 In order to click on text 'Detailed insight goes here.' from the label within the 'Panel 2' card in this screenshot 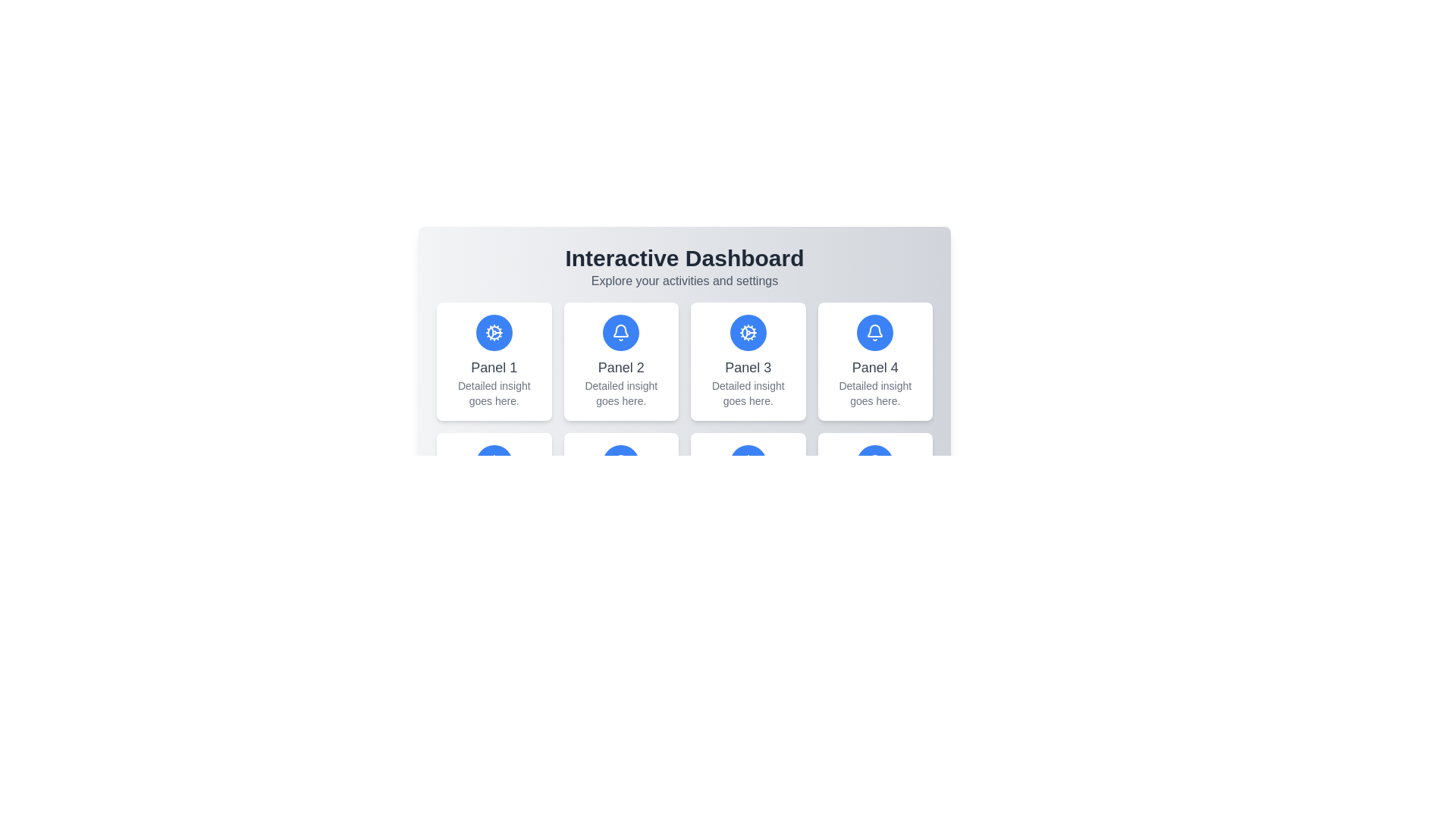, I will do `click(621, 393)`.